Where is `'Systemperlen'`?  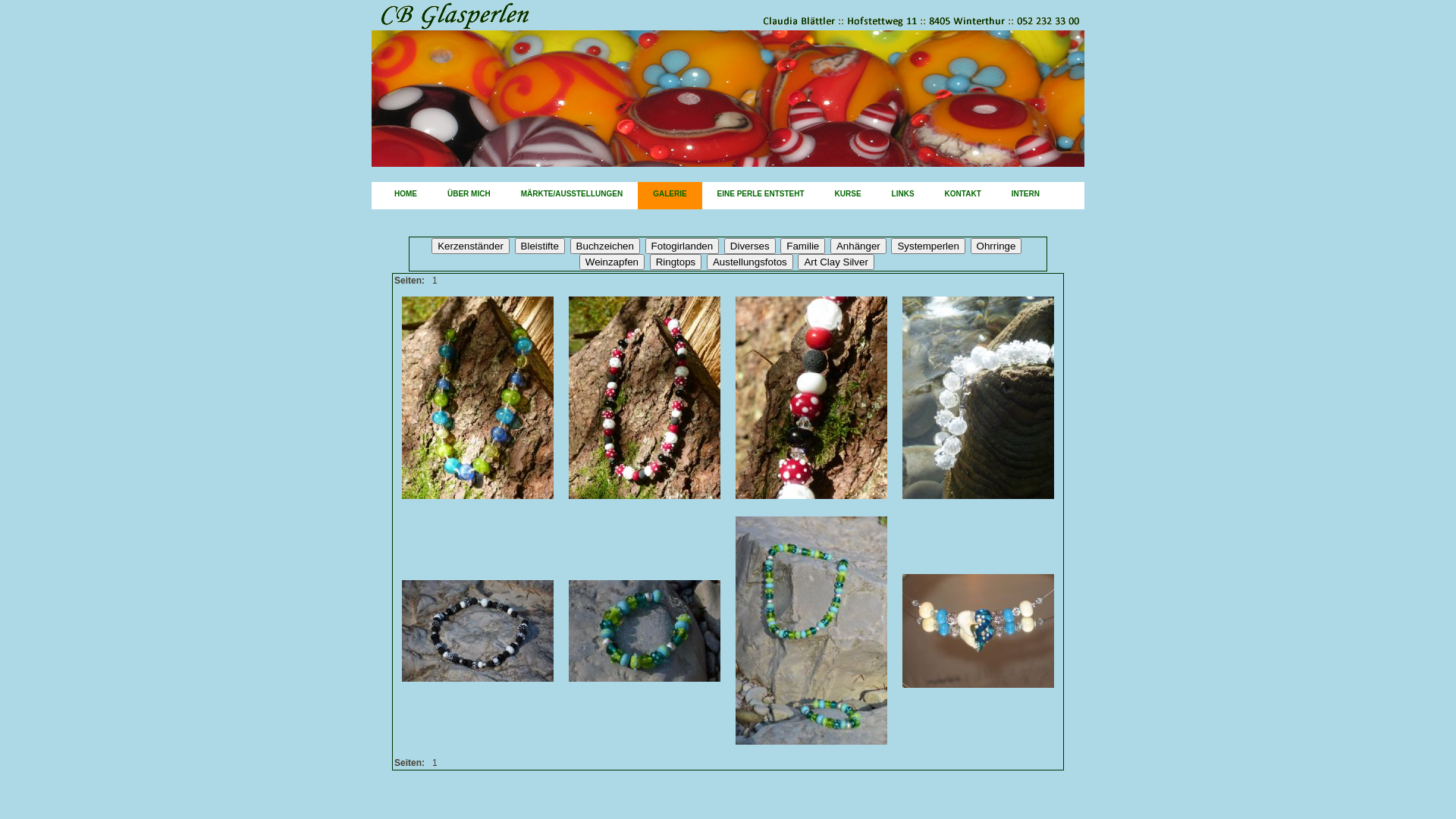
'Systemperlen' is located at coordinates (927, 245).